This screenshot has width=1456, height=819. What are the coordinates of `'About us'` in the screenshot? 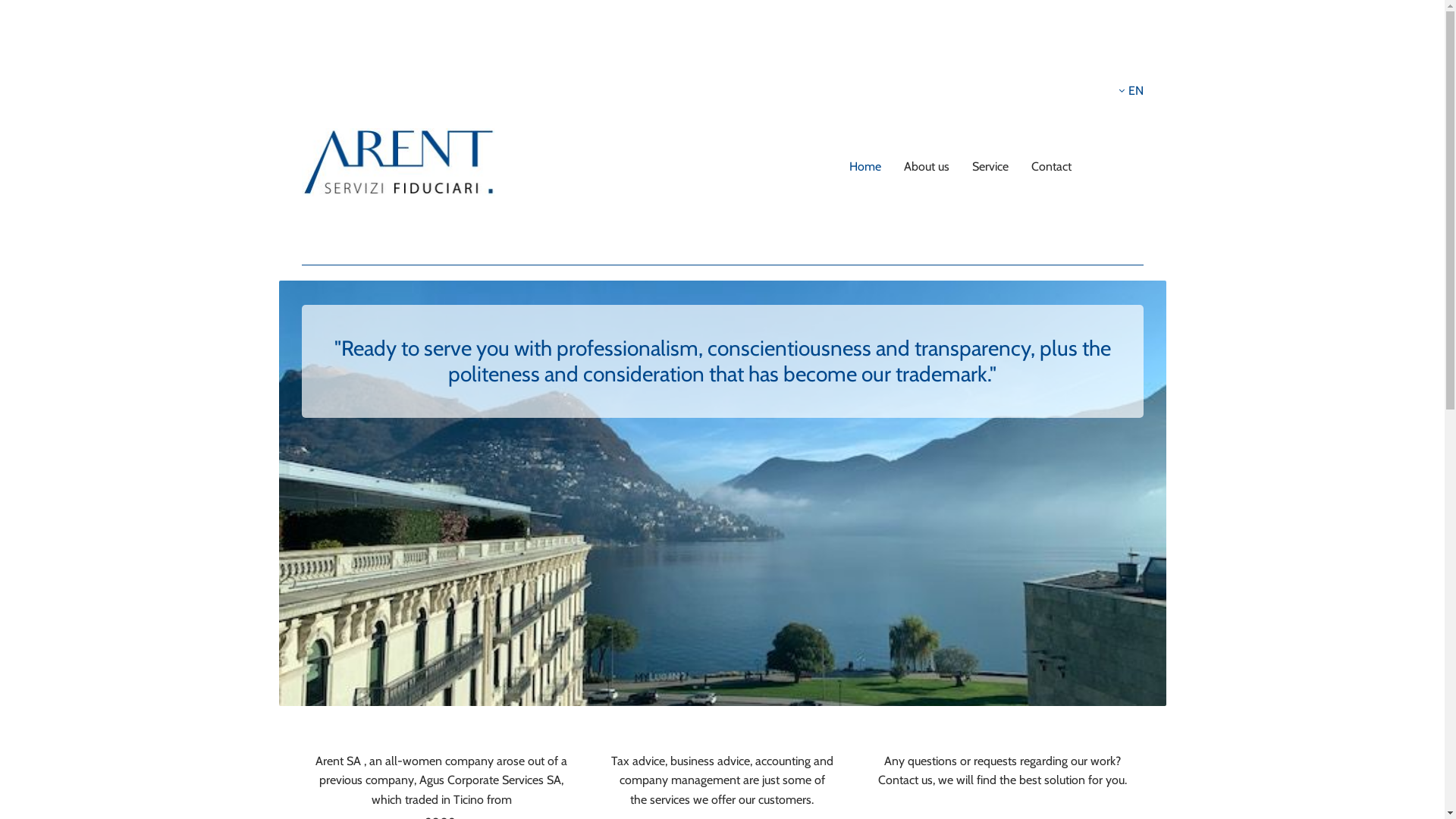 It's located at (926, 166).